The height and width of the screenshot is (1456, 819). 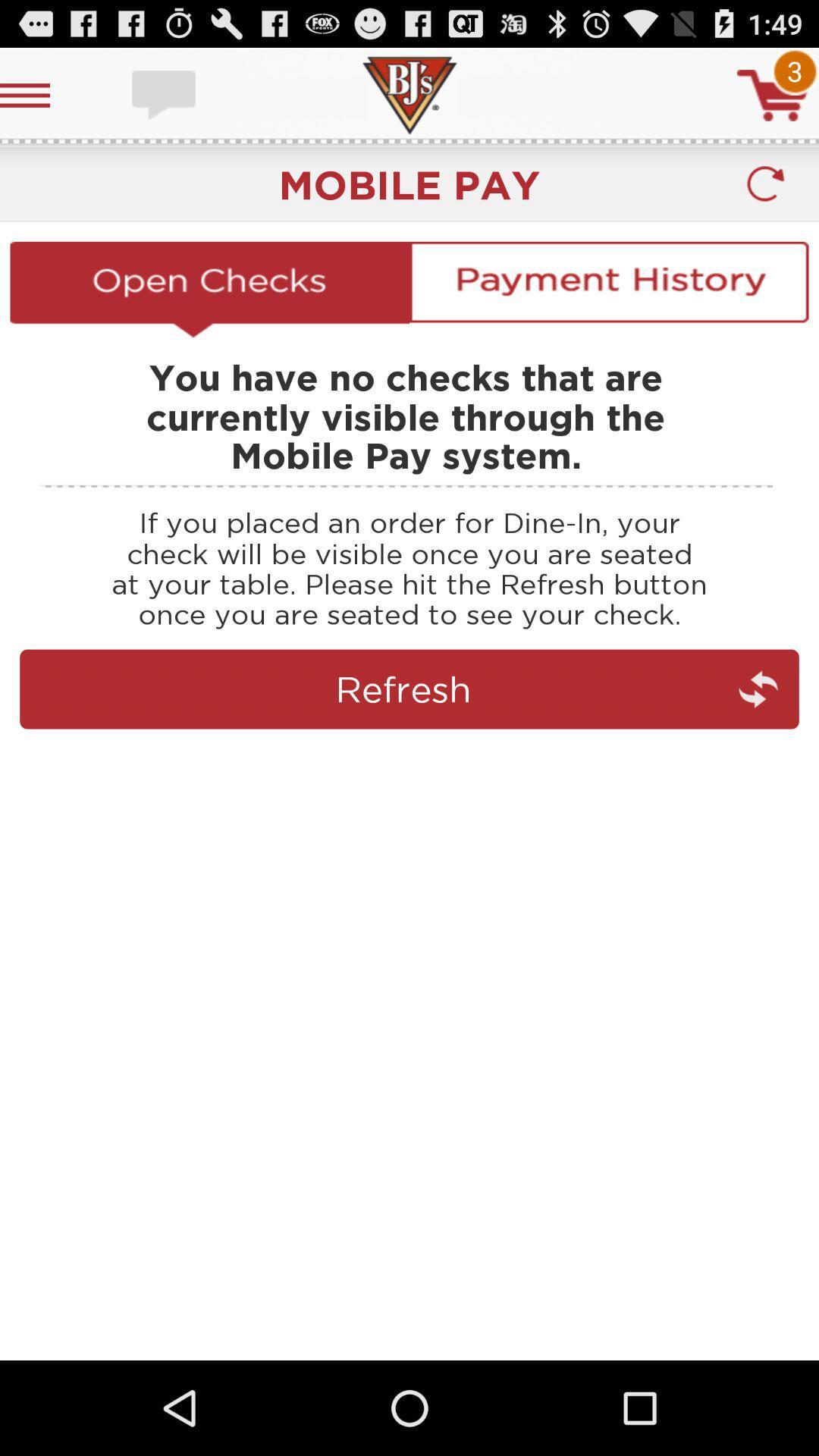 I want to click on reload, so click(x=765, y=184).